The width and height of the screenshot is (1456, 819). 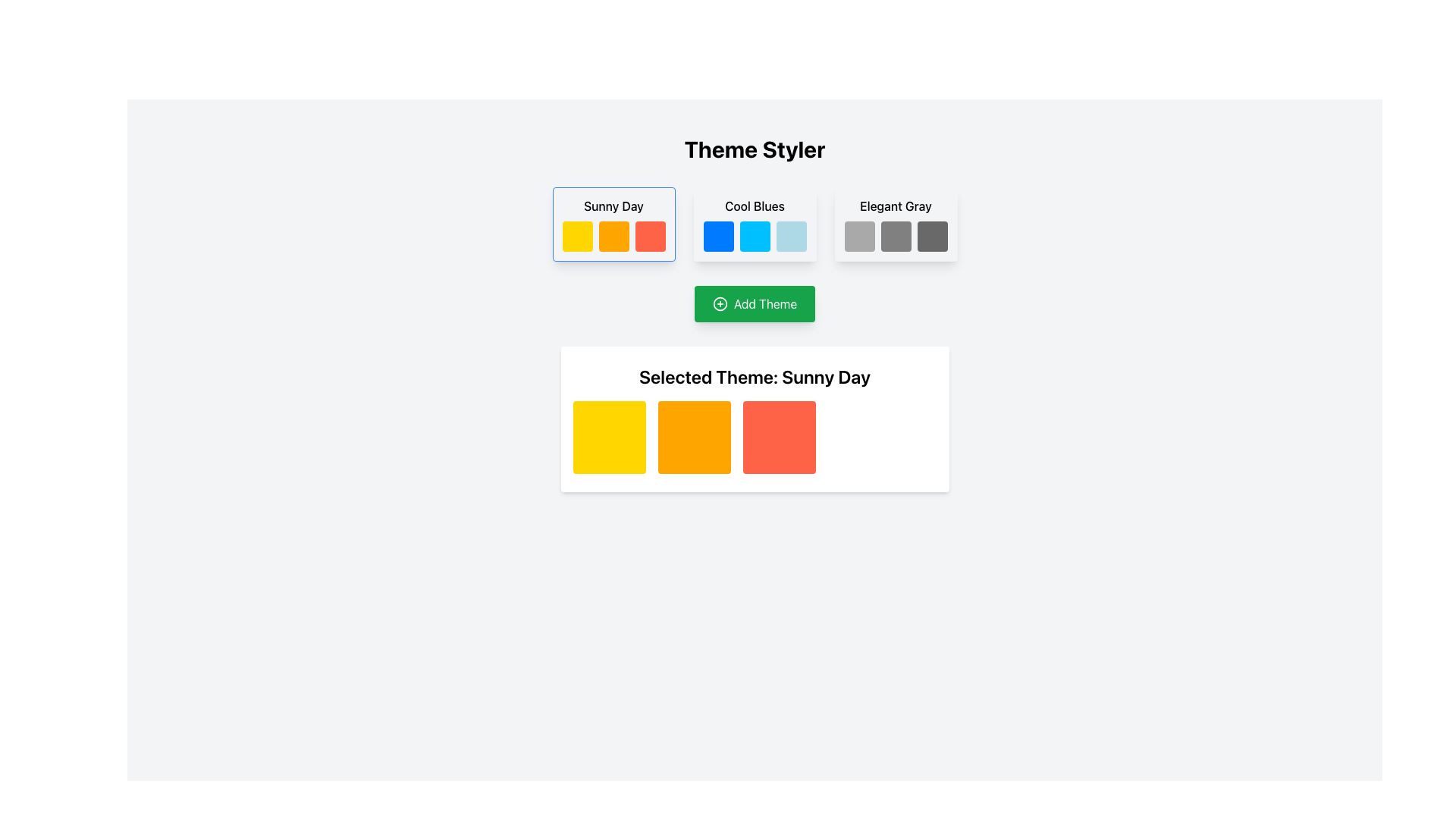 I want to click on the icon located inside the green button labeled 'Add Theme', which indicates the addition of a new theme, so click(x=719, y=304).